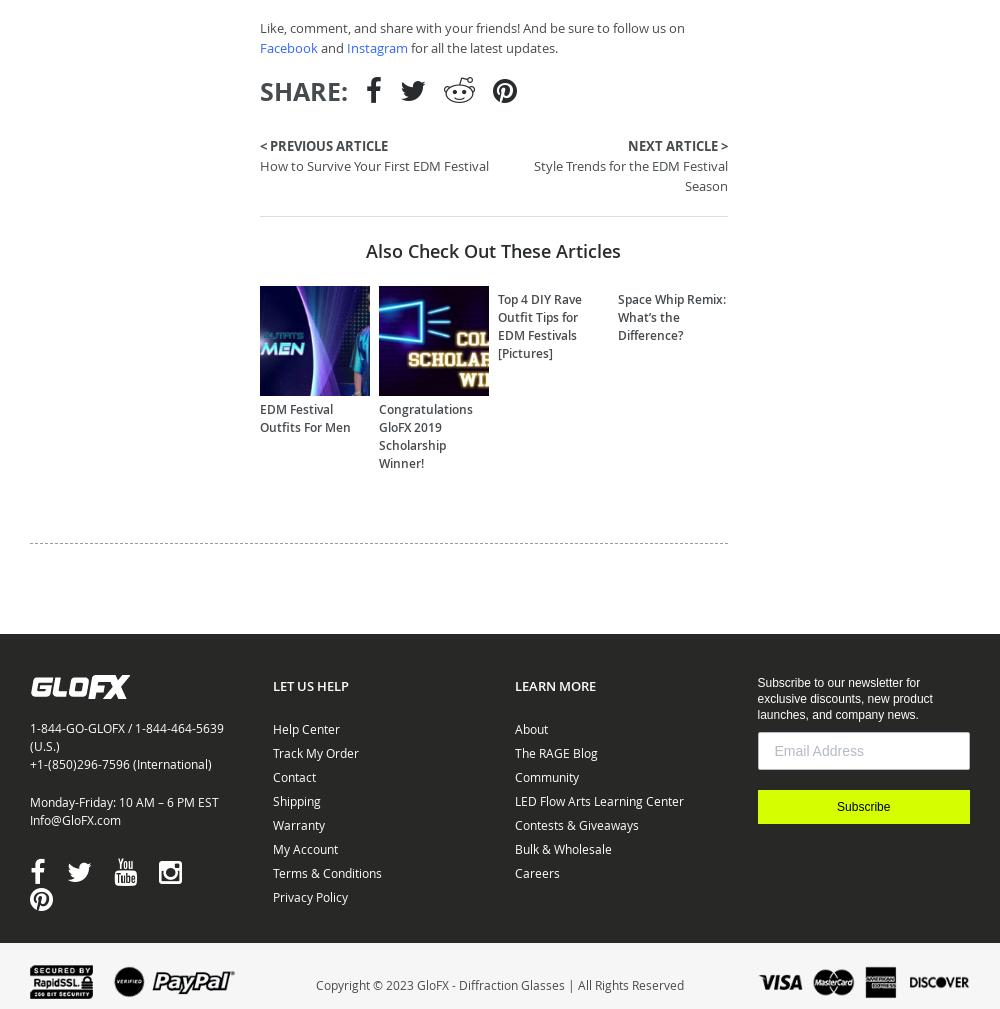 Image resolution: width=1000 pixels, height=1009 pixels. What do you see at coordinates (757, 698) in the screenshot?
I see `'Subscribe to our newsletter for exclusive discounts, new product launches, and company news.'` at bounding box center [757, 698].